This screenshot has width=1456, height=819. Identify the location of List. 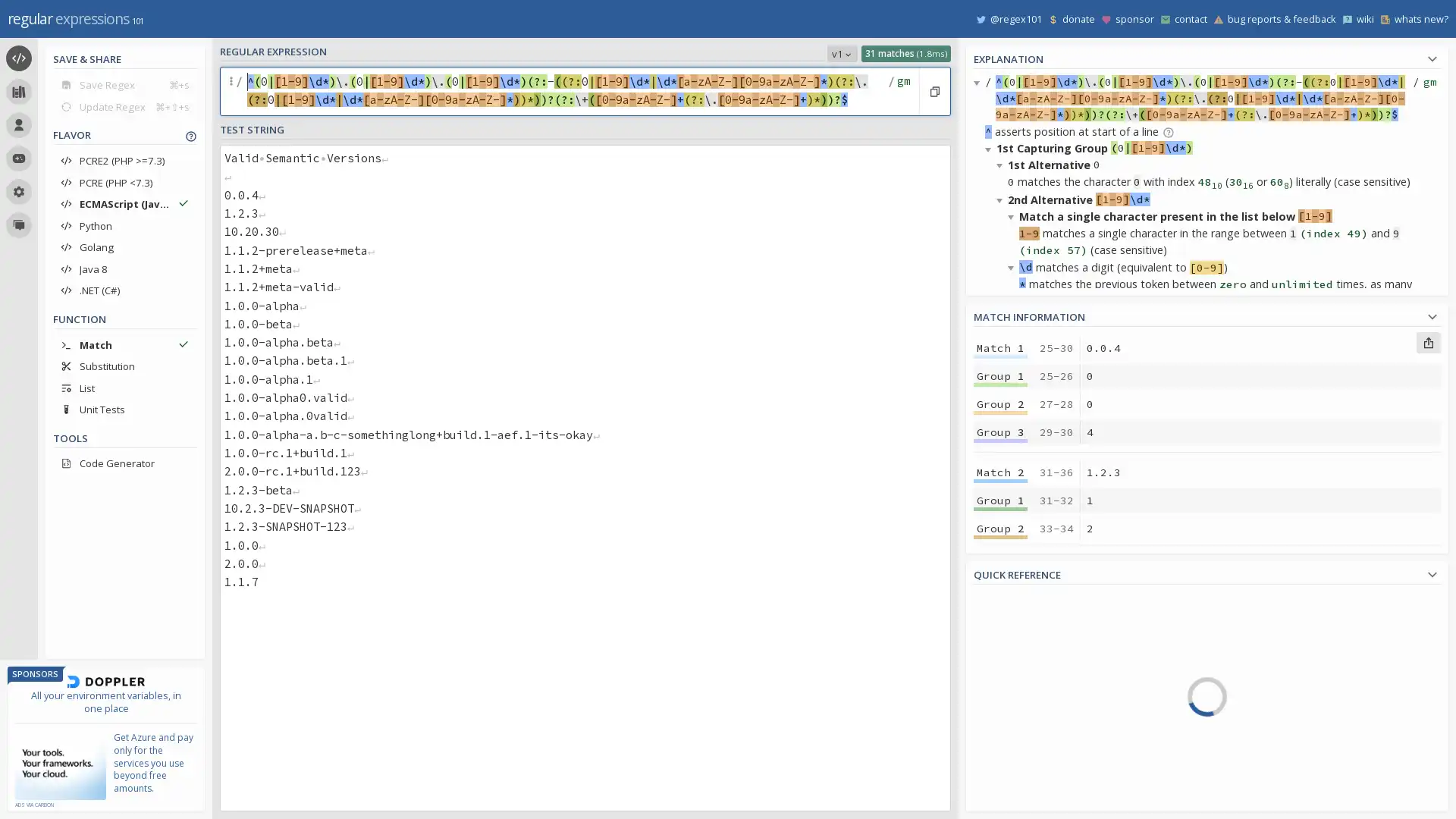
(124, 387).